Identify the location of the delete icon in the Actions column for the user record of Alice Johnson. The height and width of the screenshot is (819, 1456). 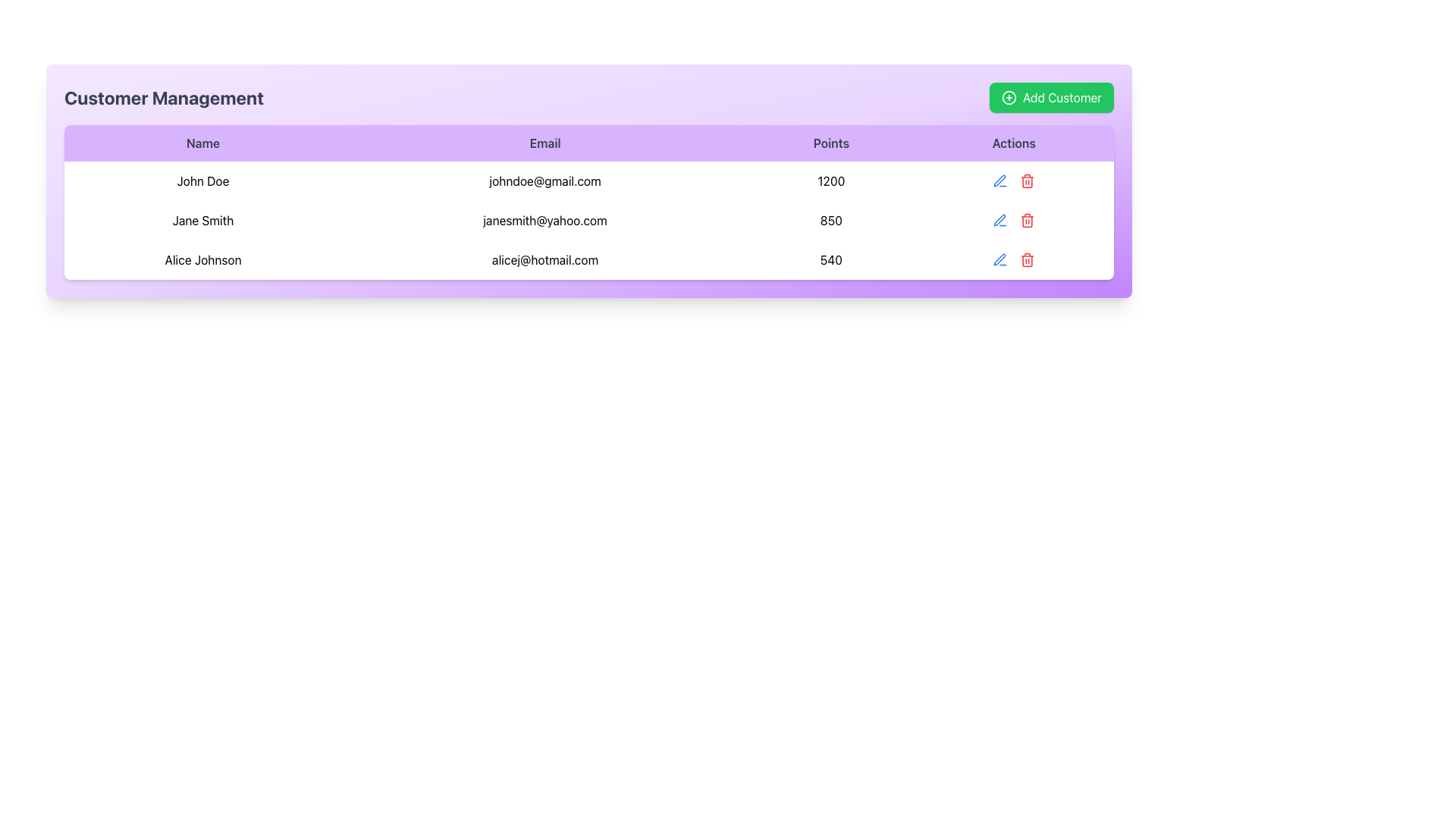
(1014, 259).